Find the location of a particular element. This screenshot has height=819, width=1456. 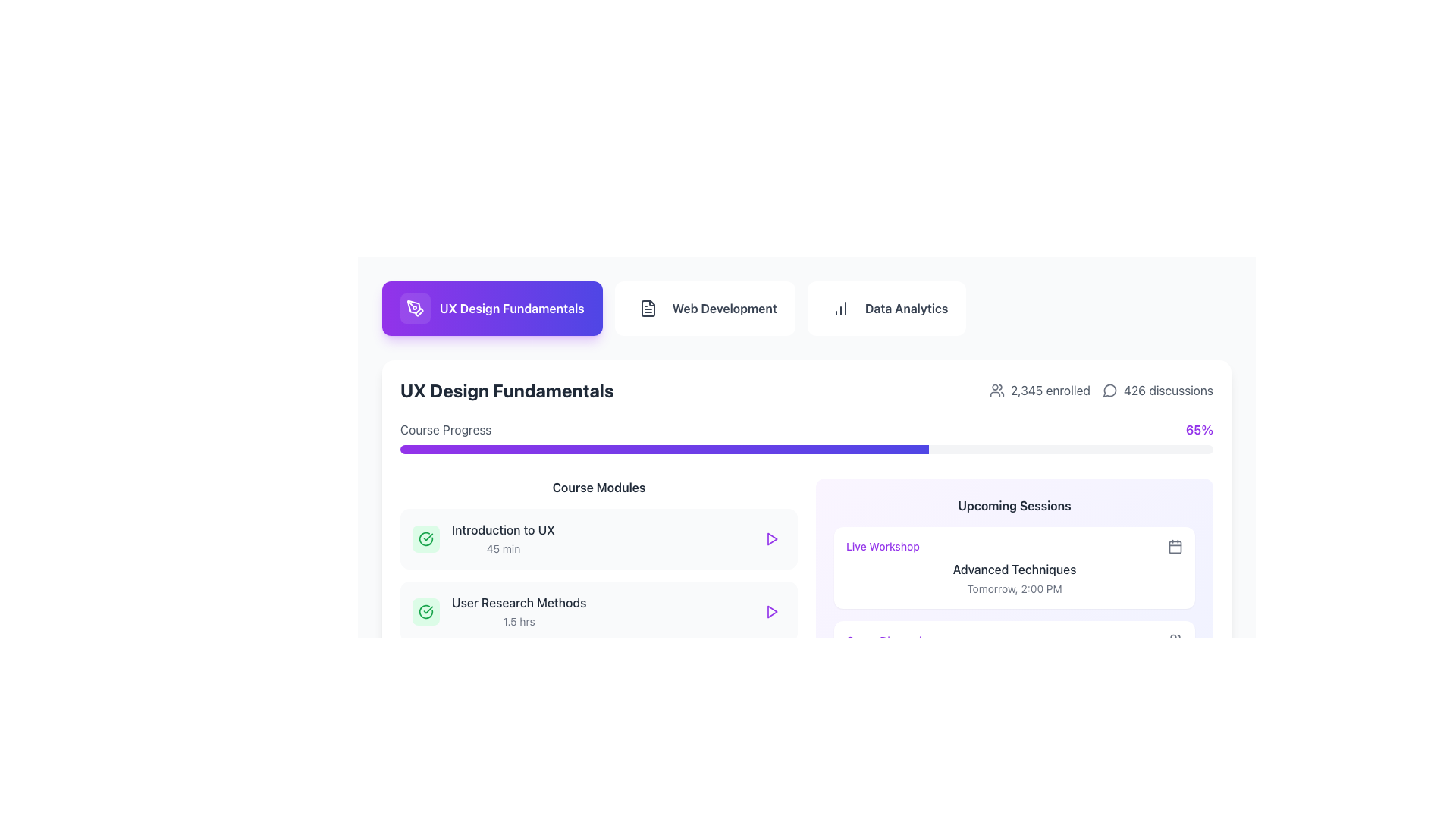

the 'Data Analytics' text label, which is a navigation link in a horizontal navigation section at the top of the page is located at coordinates (906, 308).